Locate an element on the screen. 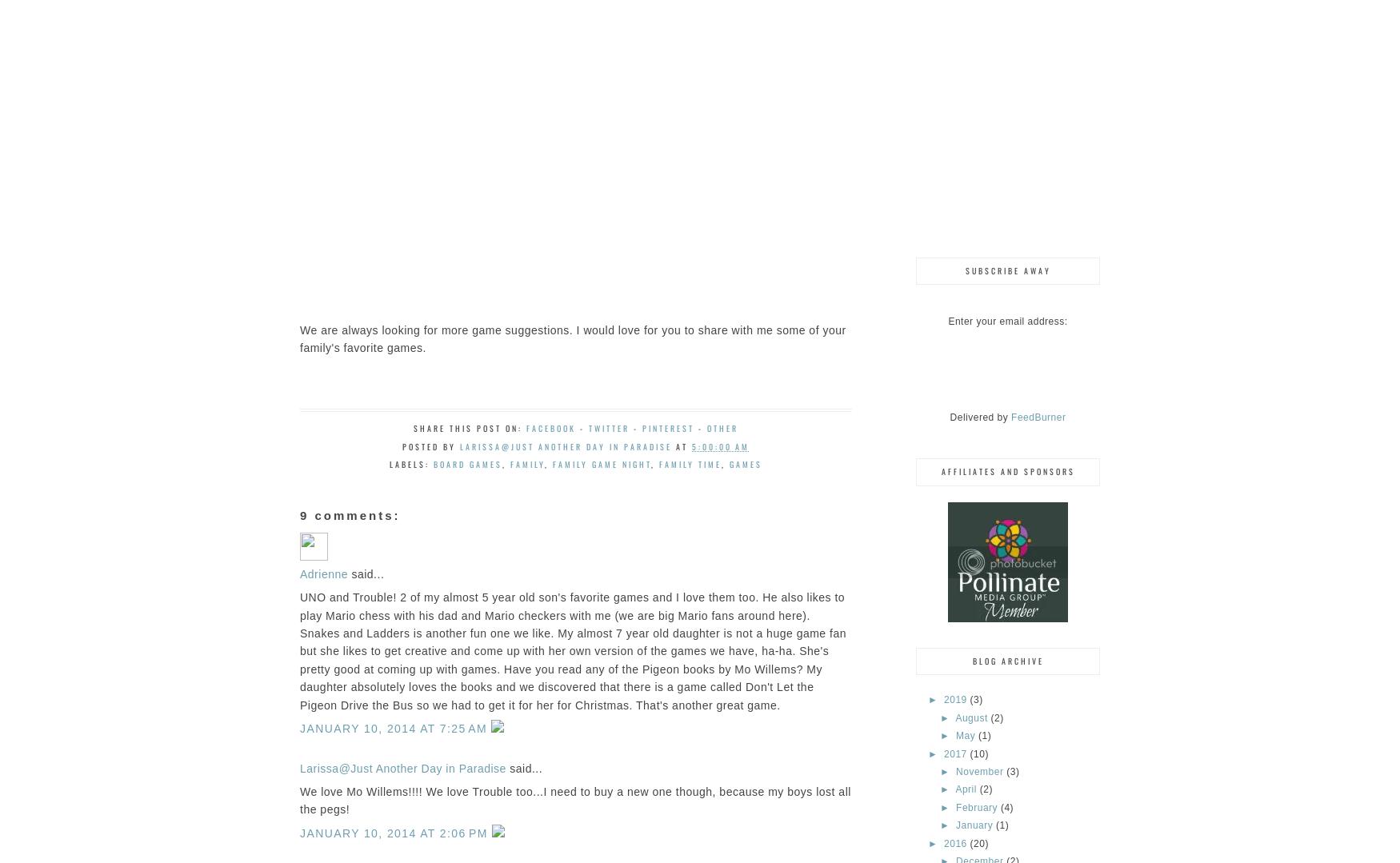 This screenshot has height=863, width=1400. '(10)' is located at coordinates (970, 753).